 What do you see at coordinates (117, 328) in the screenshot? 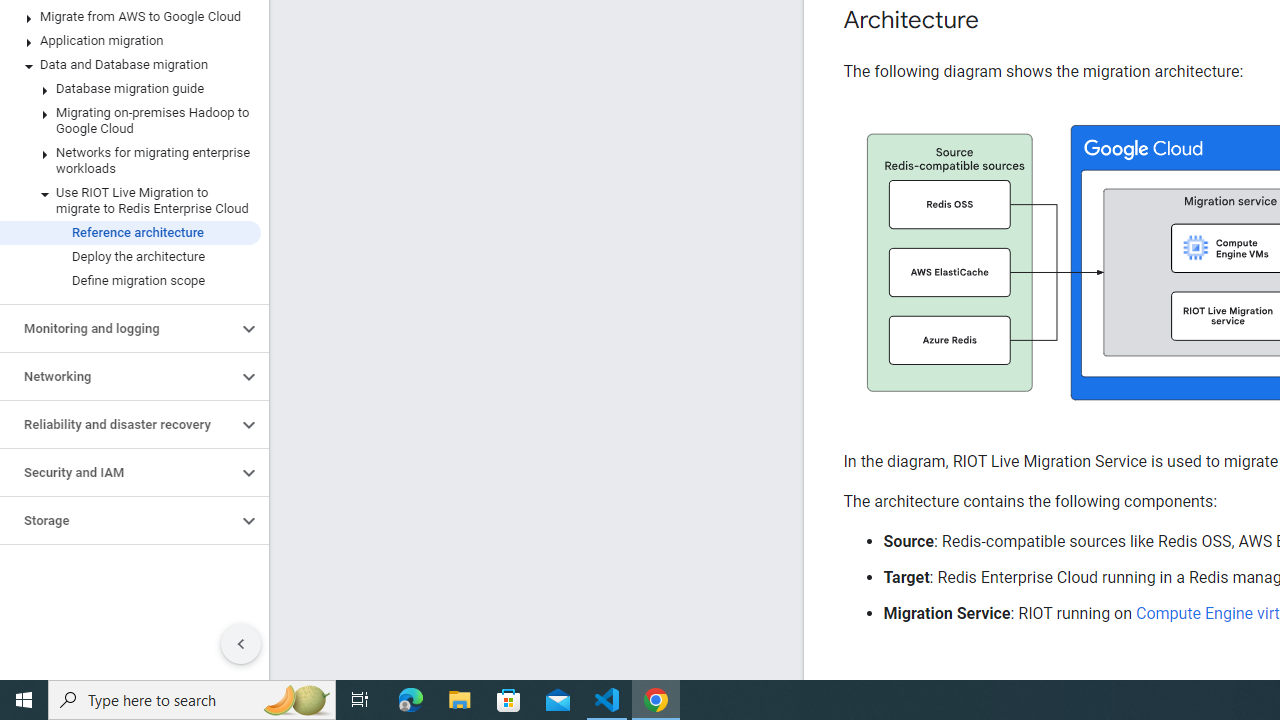
I see `'Monitoring and logging'` at bounding box center [117, 328].